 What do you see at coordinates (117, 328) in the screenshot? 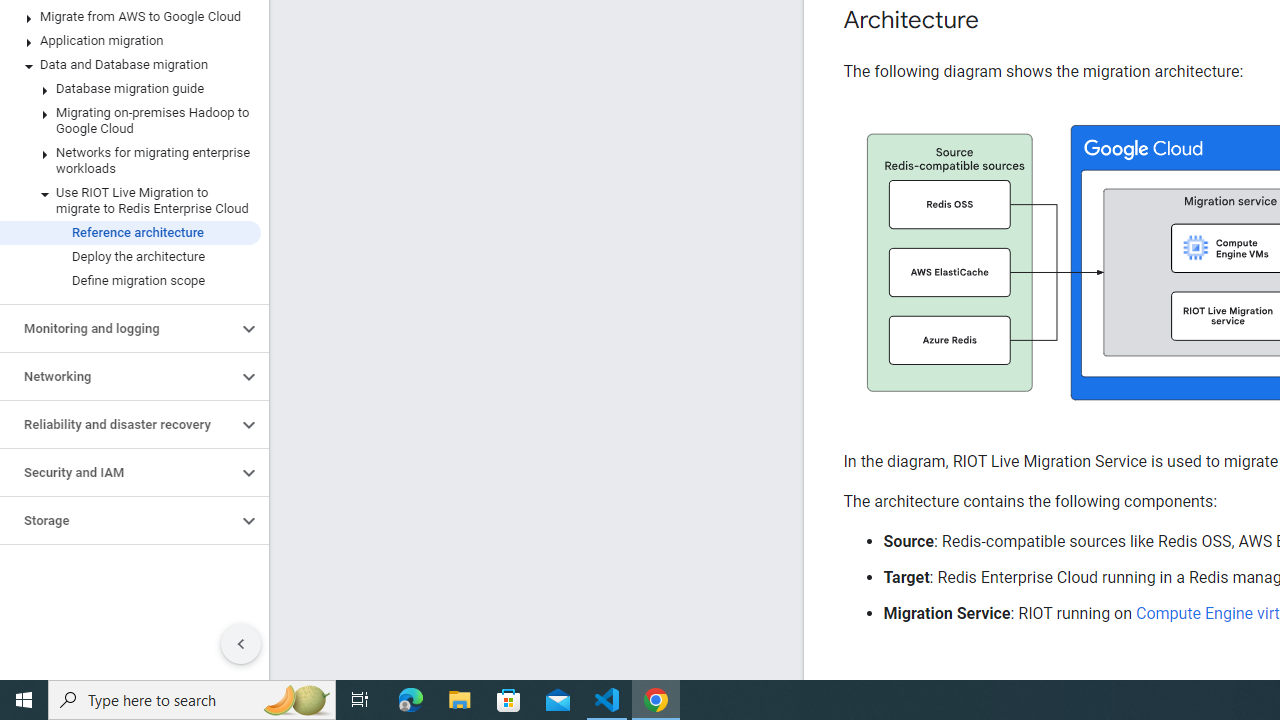
I see `'Monitoring and logging'` at bounding box center [117, 328].